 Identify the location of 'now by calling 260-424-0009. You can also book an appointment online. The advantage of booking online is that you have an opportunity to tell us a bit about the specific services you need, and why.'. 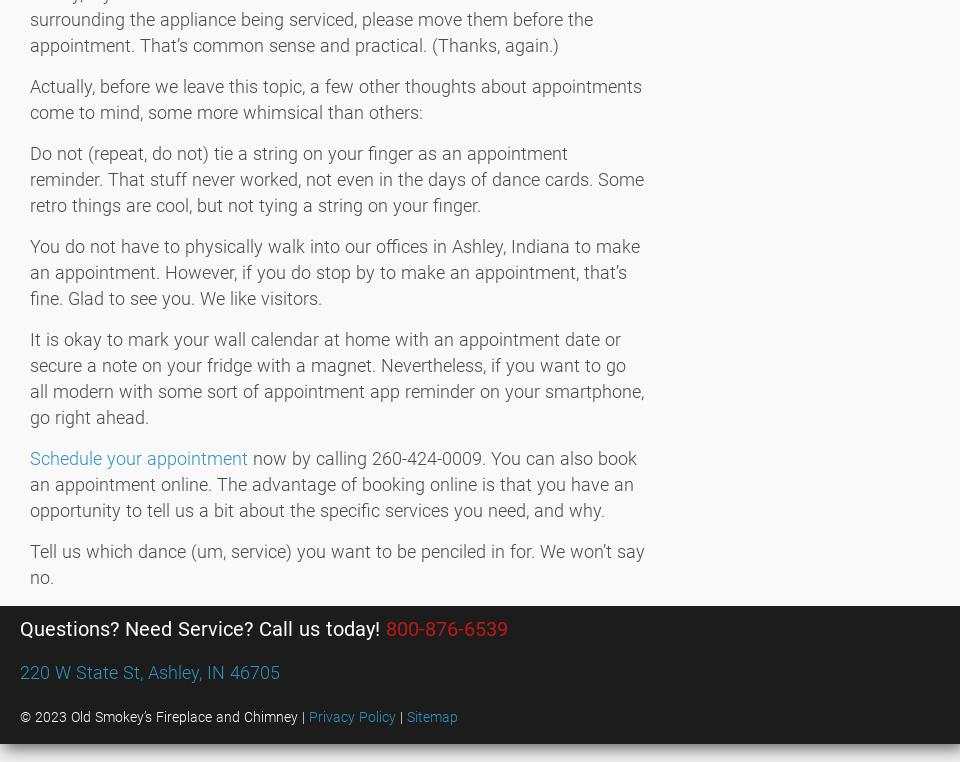
(333, 484).